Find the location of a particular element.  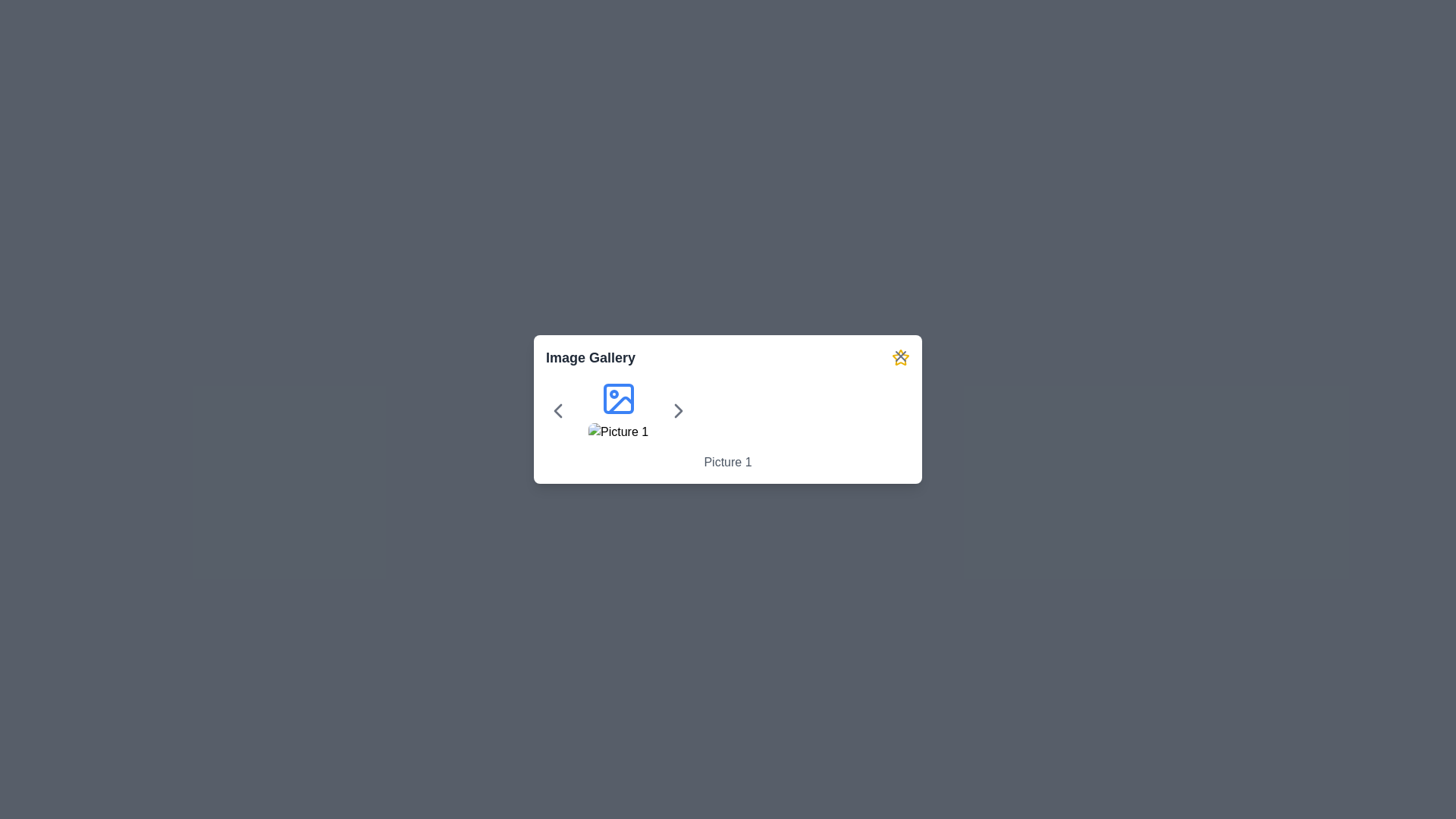

the right-pointing gray arrow button is located at coordinates (678, 411).